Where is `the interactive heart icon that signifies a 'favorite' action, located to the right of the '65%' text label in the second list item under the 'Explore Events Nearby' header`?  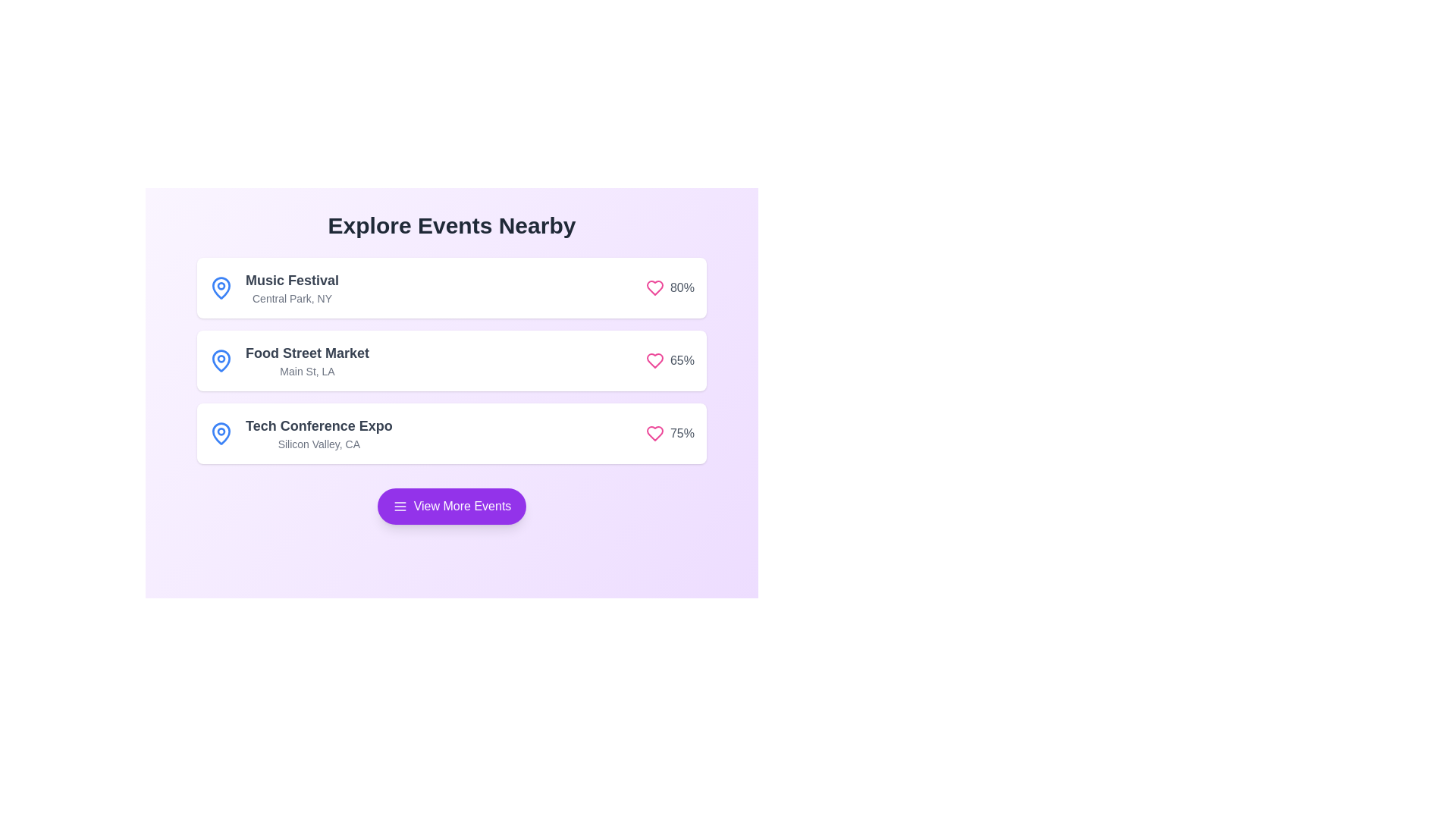
the interactive heart icon that signifies a 'favorite' action, located to the right of the '65%' text label in the second list item under the 'Explore Events Nearby' header is located at coordinates (655, 360).